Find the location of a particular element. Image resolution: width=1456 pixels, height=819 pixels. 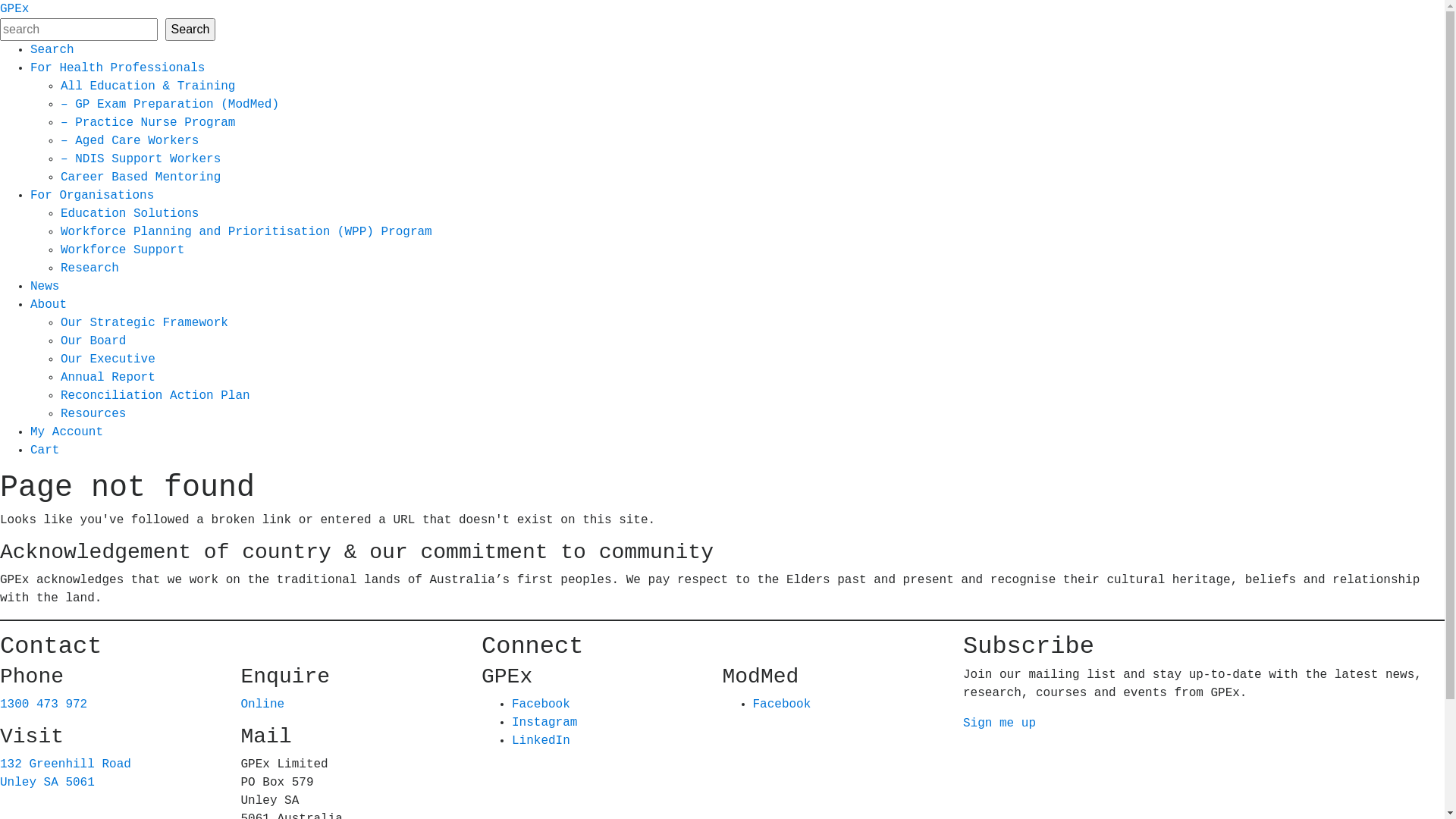

'News' is located at coordinates (44, 287).